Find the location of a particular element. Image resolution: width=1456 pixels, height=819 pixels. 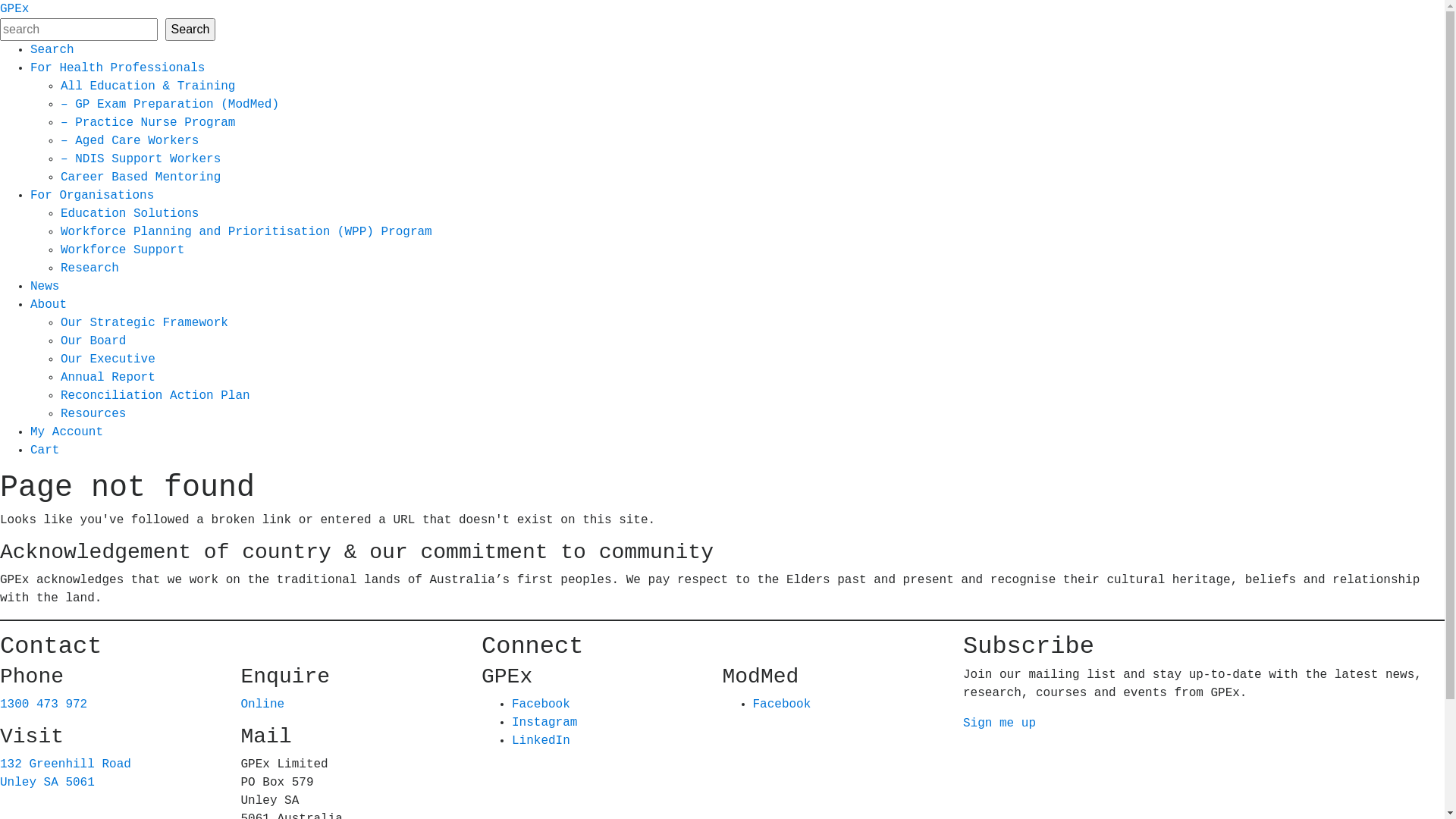

'News' is located at coordinates (44, 287).